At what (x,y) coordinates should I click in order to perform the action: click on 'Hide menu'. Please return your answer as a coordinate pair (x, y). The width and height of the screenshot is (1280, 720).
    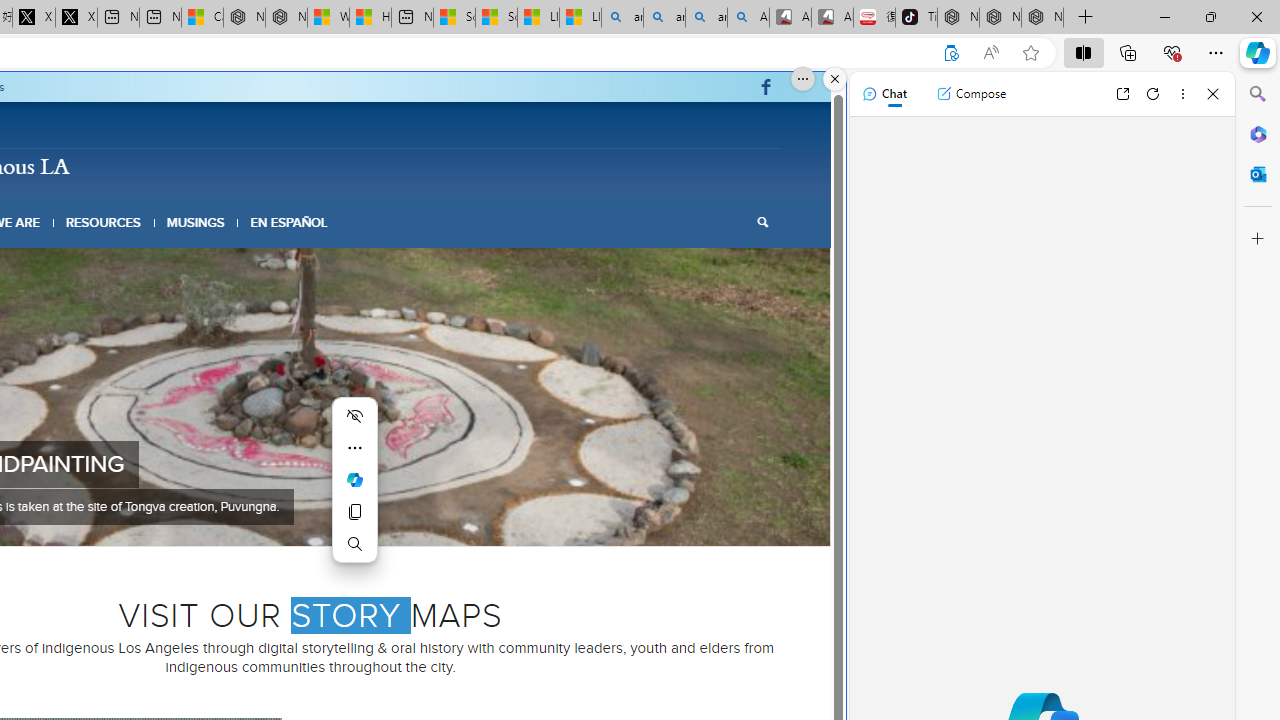
    Looking at the image, I should click on (355, 415).